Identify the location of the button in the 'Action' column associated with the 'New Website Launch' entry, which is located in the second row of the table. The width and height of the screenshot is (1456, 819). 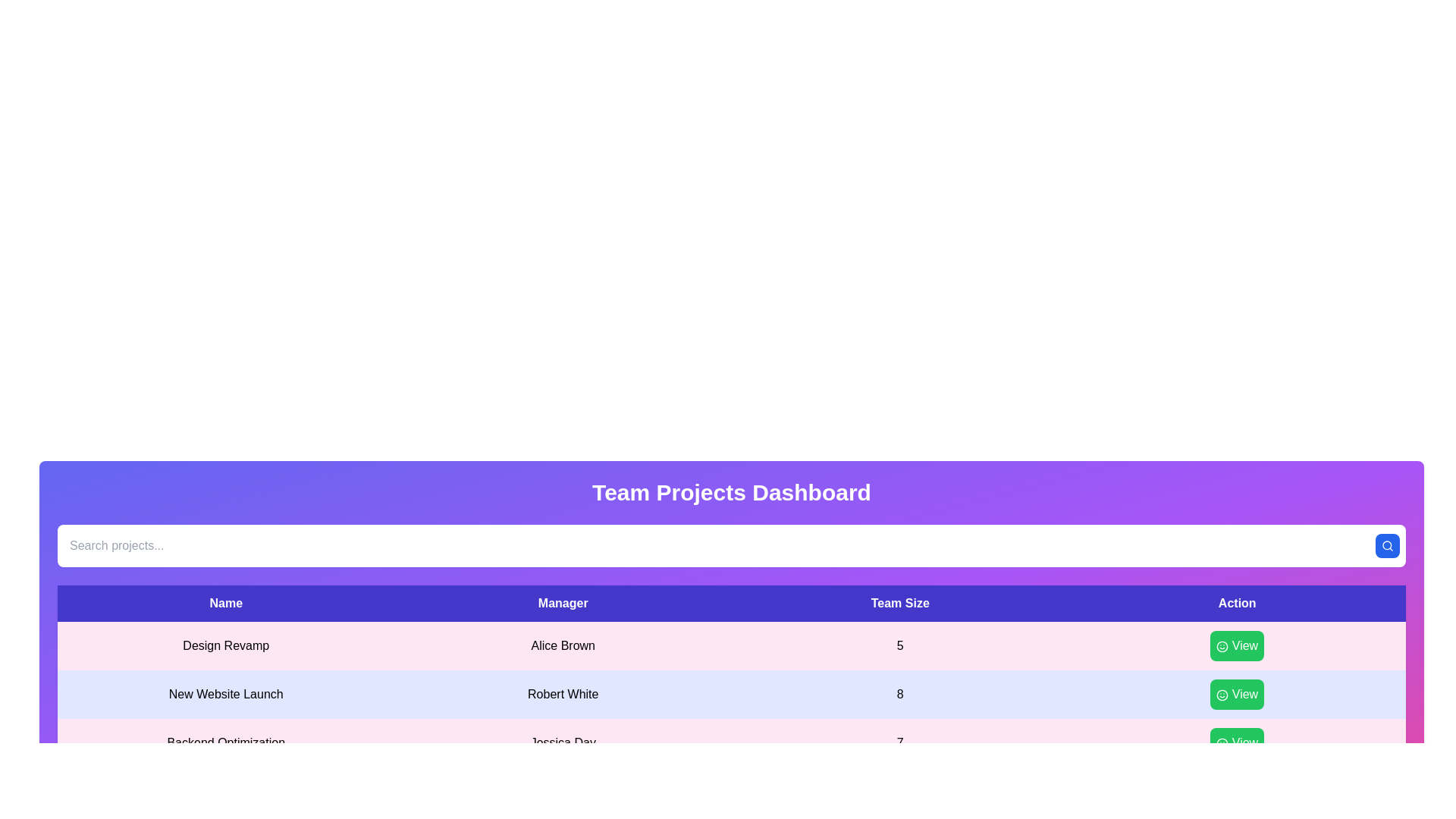
(1237, 694).